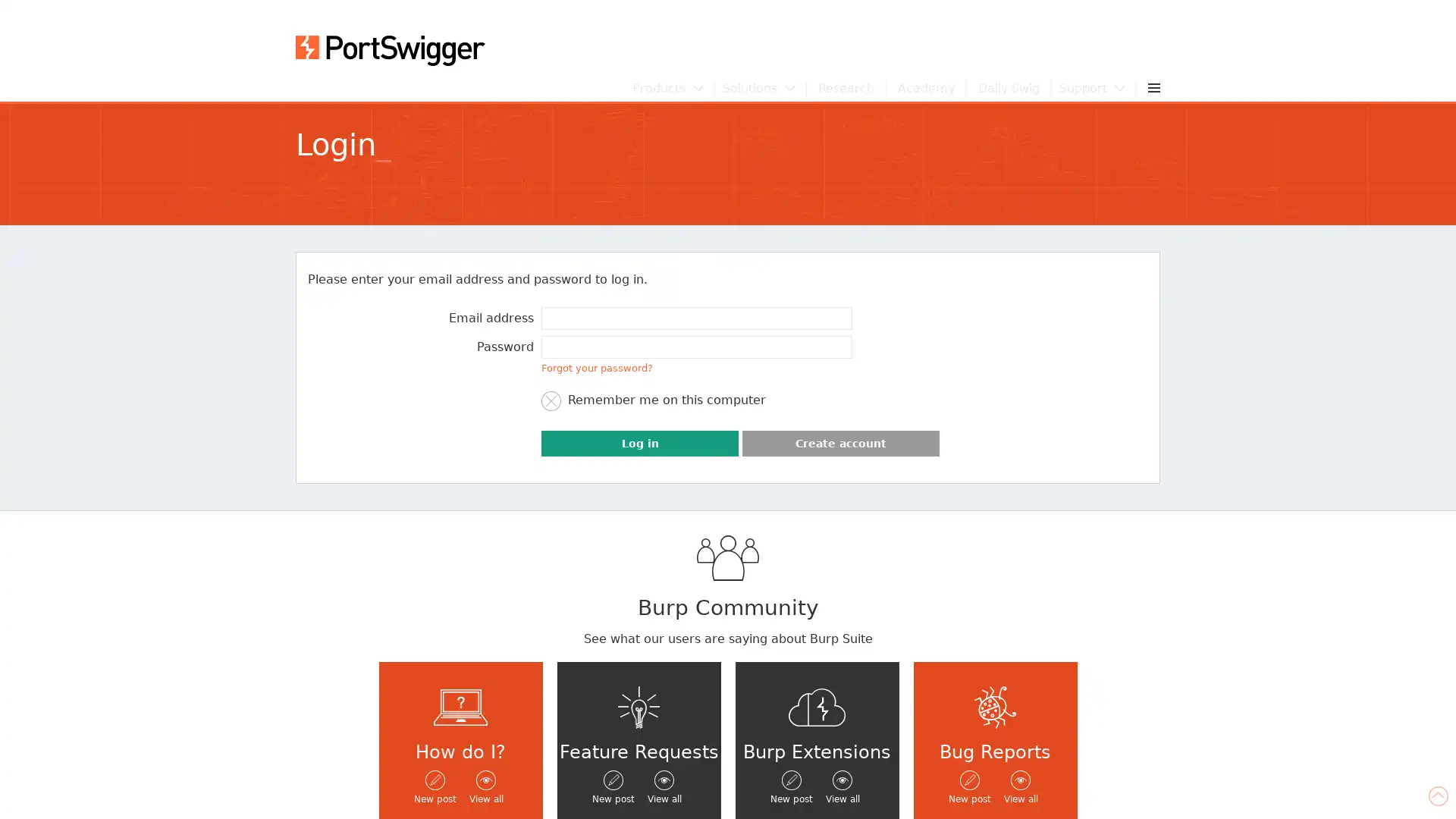 The image size is (1456, 819). Describe the element at coordinates (640, 444) in the screenshot. I see `Log in` at that location.